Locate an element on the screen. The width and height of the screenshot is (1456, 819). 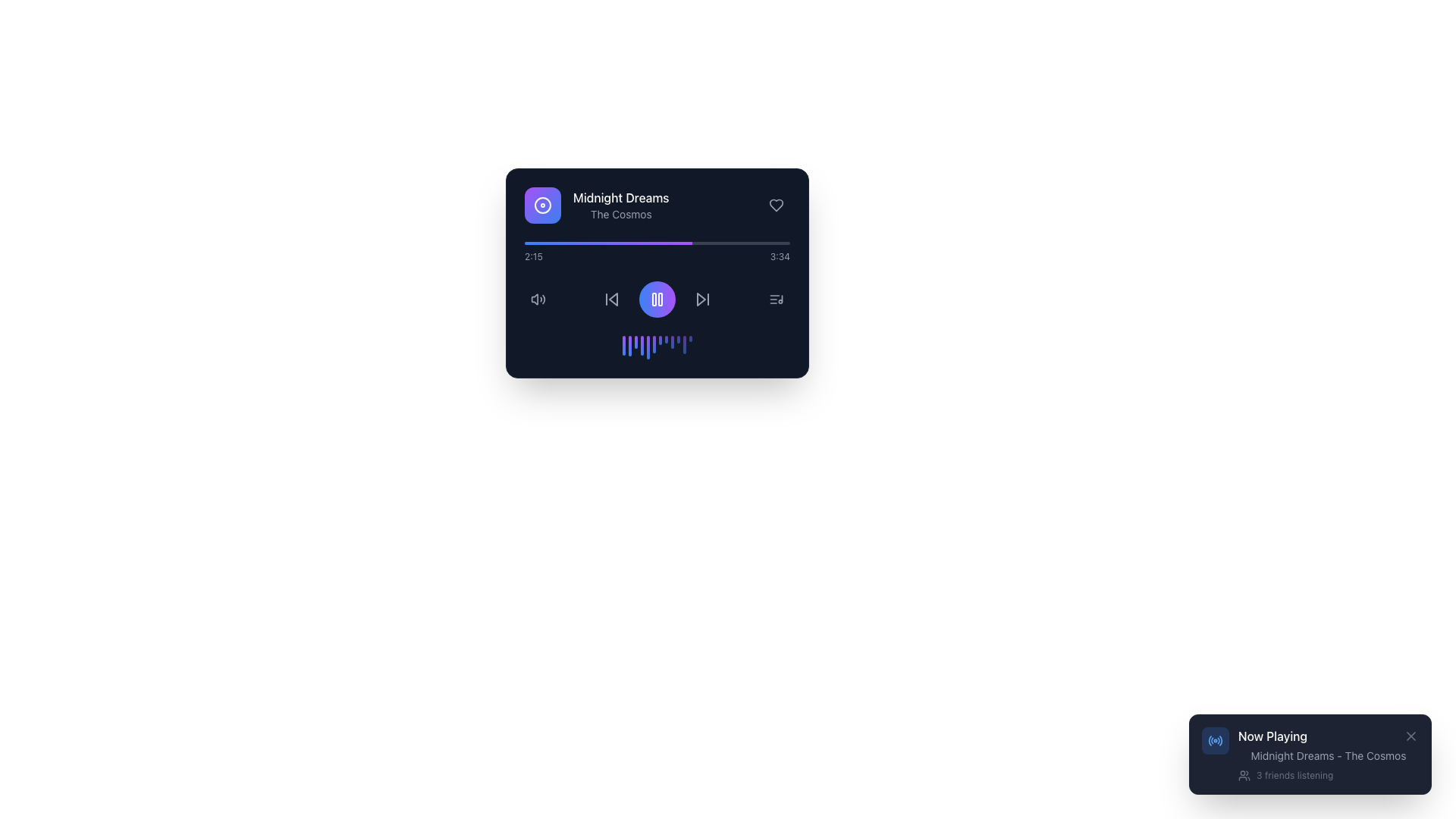
playback time is located at coordinates (744, 242).